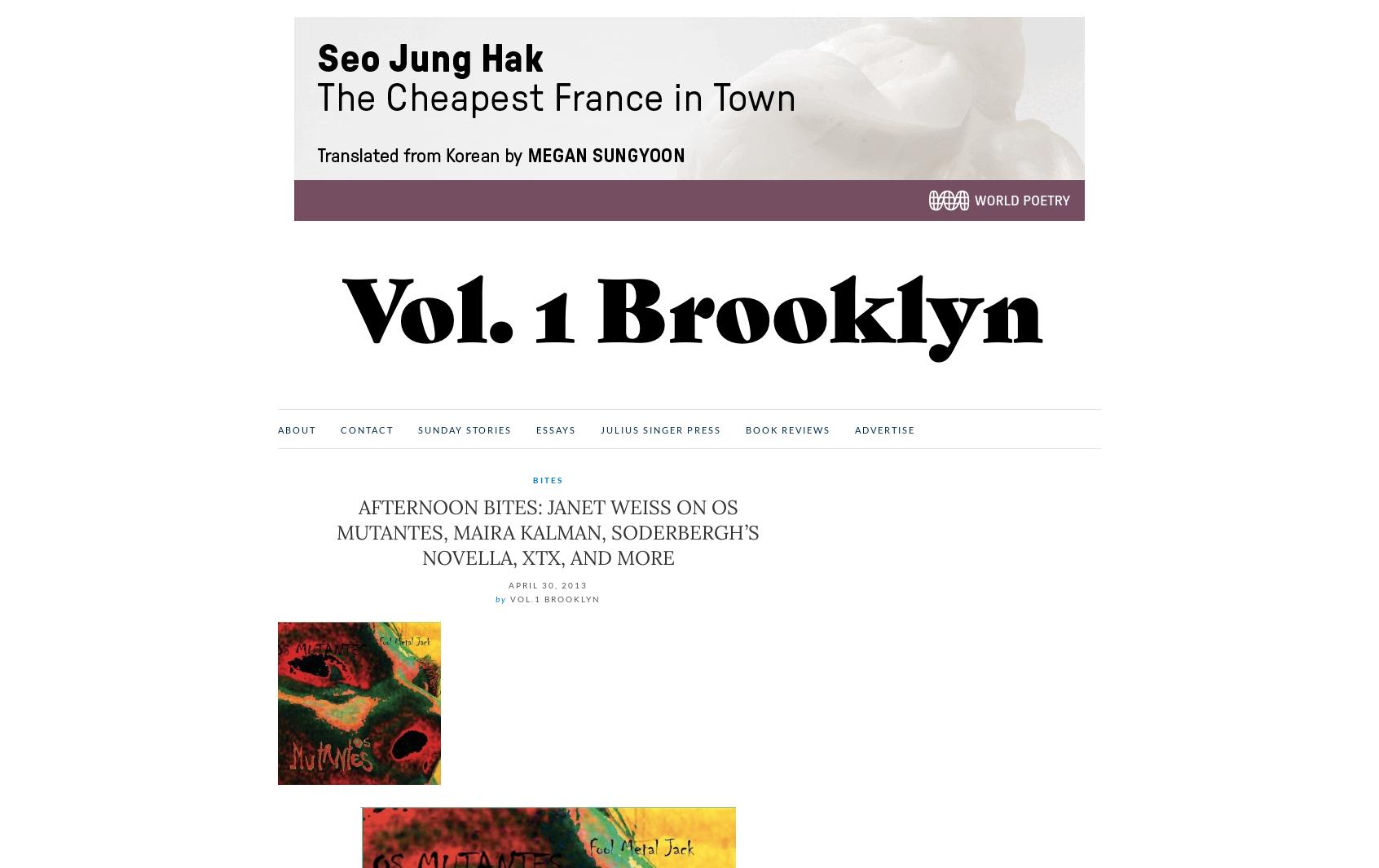  What do you see at coordinates (787, 429) in the screenshot?
I see `'Book Reviews'` at bounding box center [787, 429].